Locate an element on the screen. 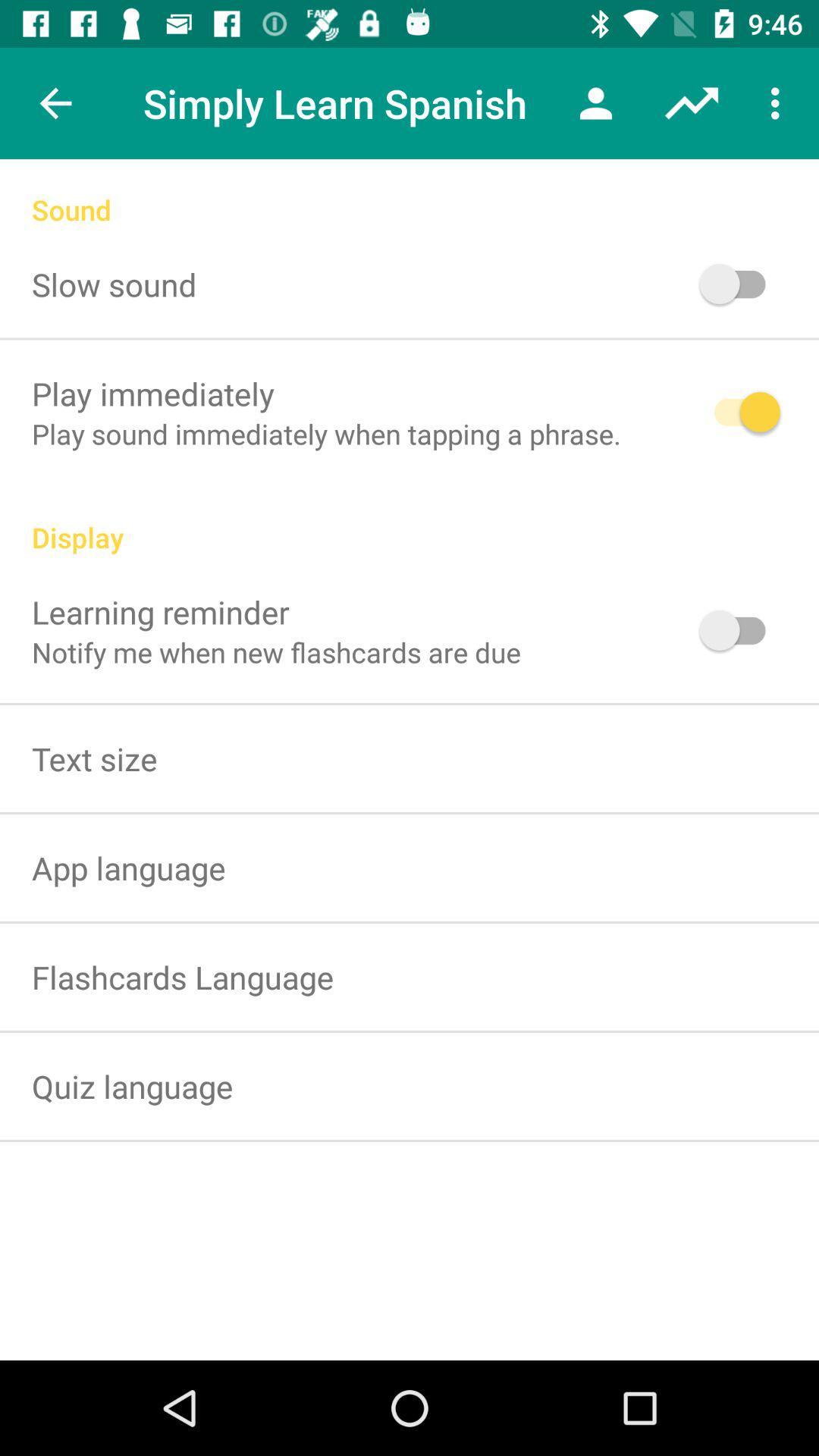  icon above the sound item is located at coordinates (691, 102).